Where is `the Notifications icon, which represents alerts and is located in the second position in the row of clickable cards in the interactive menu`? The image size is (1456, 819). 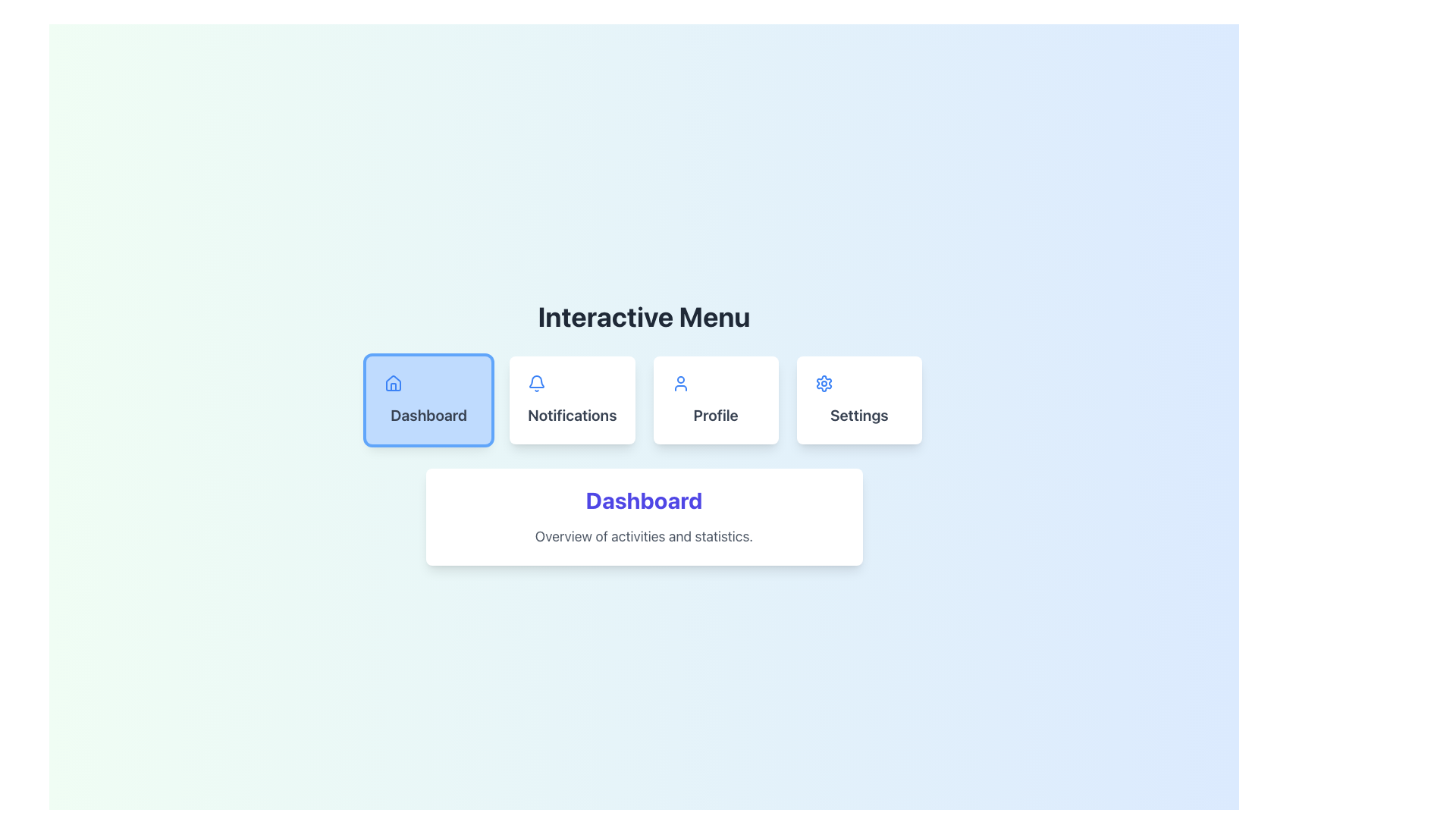
the Notifications icon, which represents alerts and is located in the second position in the row of clickable cards in the interactive menu is located at coordinates (537, 381).